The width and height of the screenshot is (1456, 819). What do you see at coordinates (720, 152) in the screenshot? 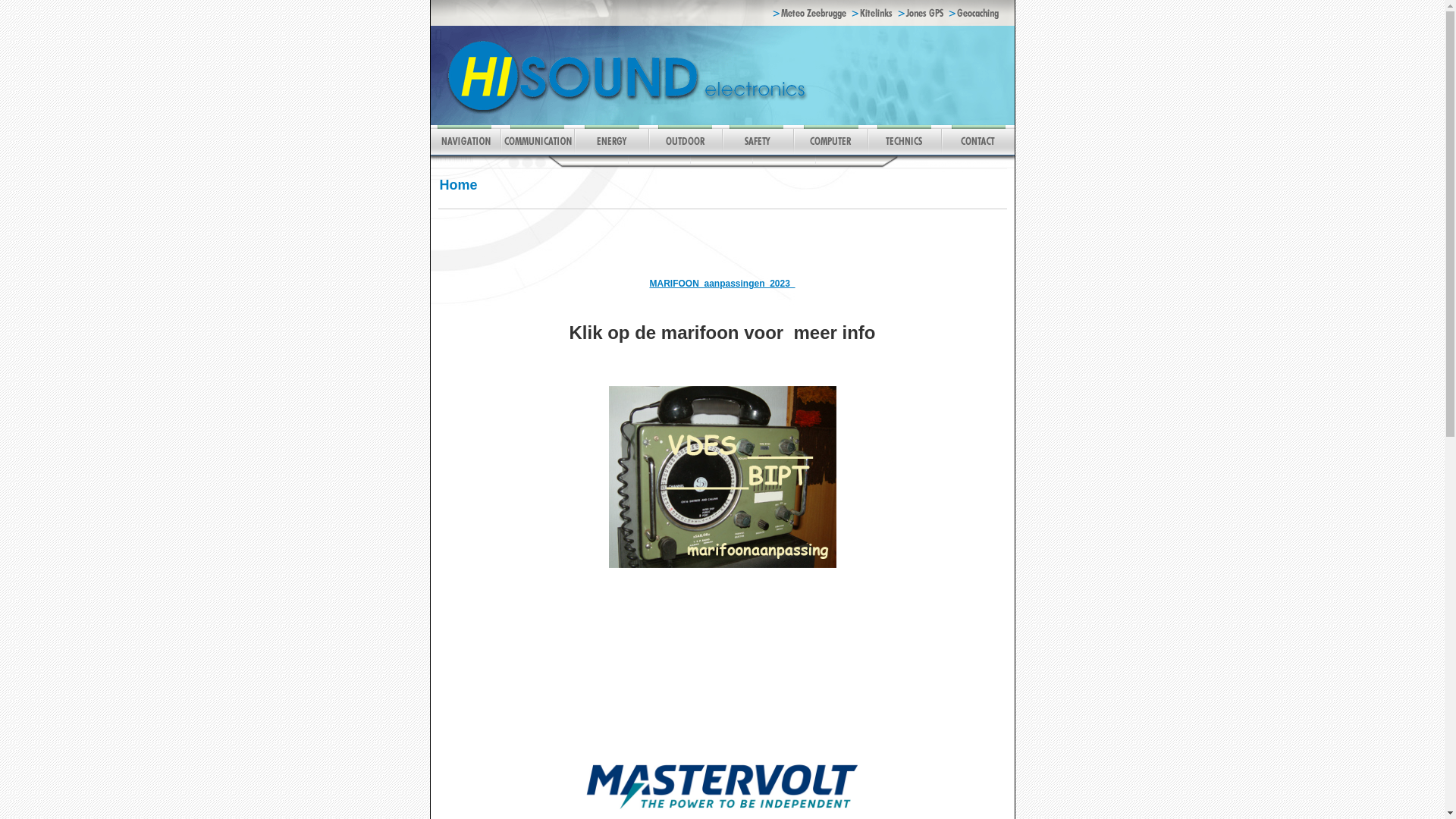
I see `'Safety'` at bounding box center [720, 152].